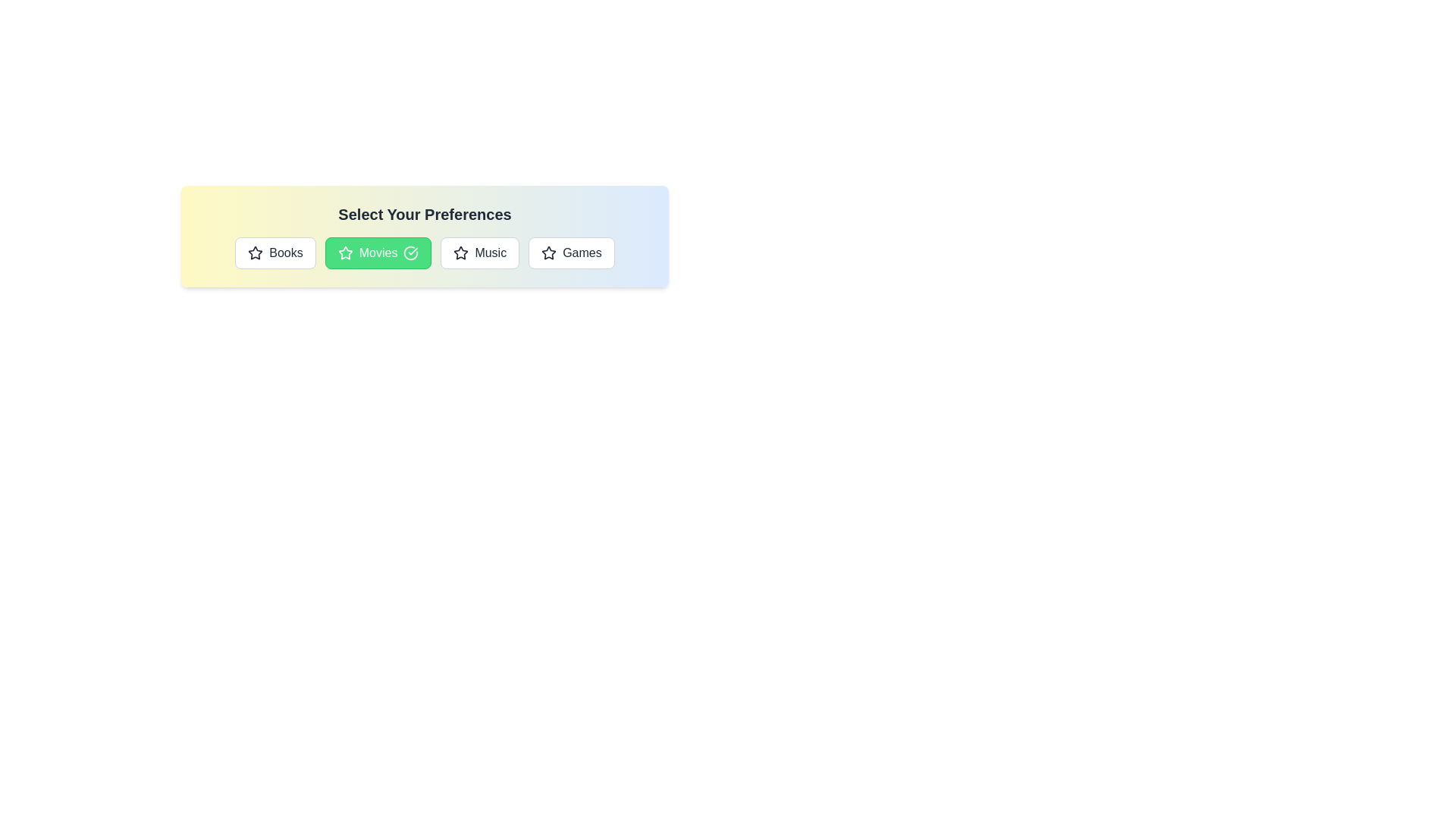 This screenshot has height=819, width=1456. Describe the element at coordinates (378, 253) in the screenshot. I see `the category Movies` at that location.